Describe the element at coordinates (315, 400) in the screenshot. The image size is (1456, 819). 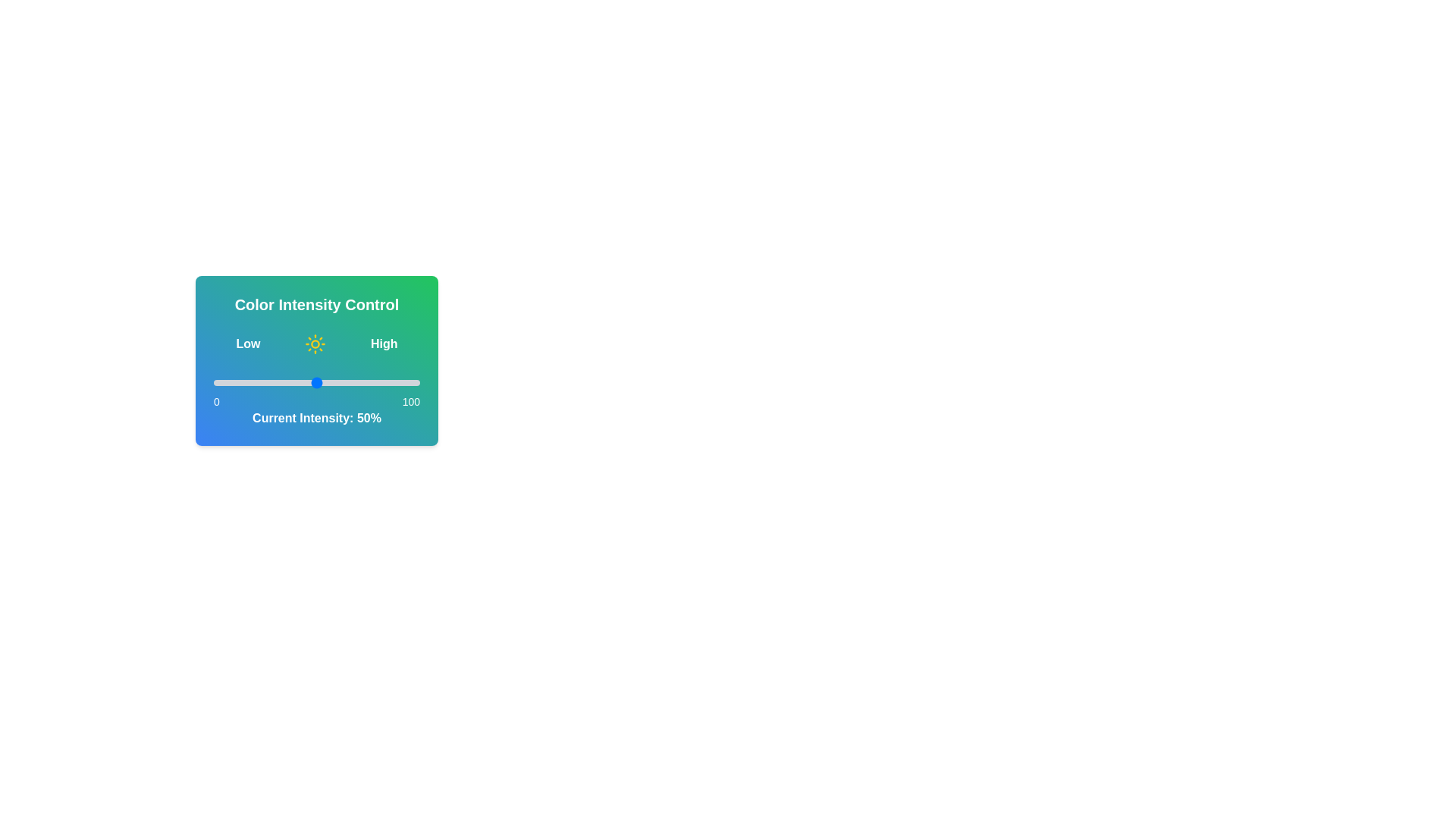
I see `the static text labels displaying the minimum (0) and maximum (100) numeric labels for the adjacent slider, which is located horizontally centered below the slider bar in the middle section of the interface` at that location.